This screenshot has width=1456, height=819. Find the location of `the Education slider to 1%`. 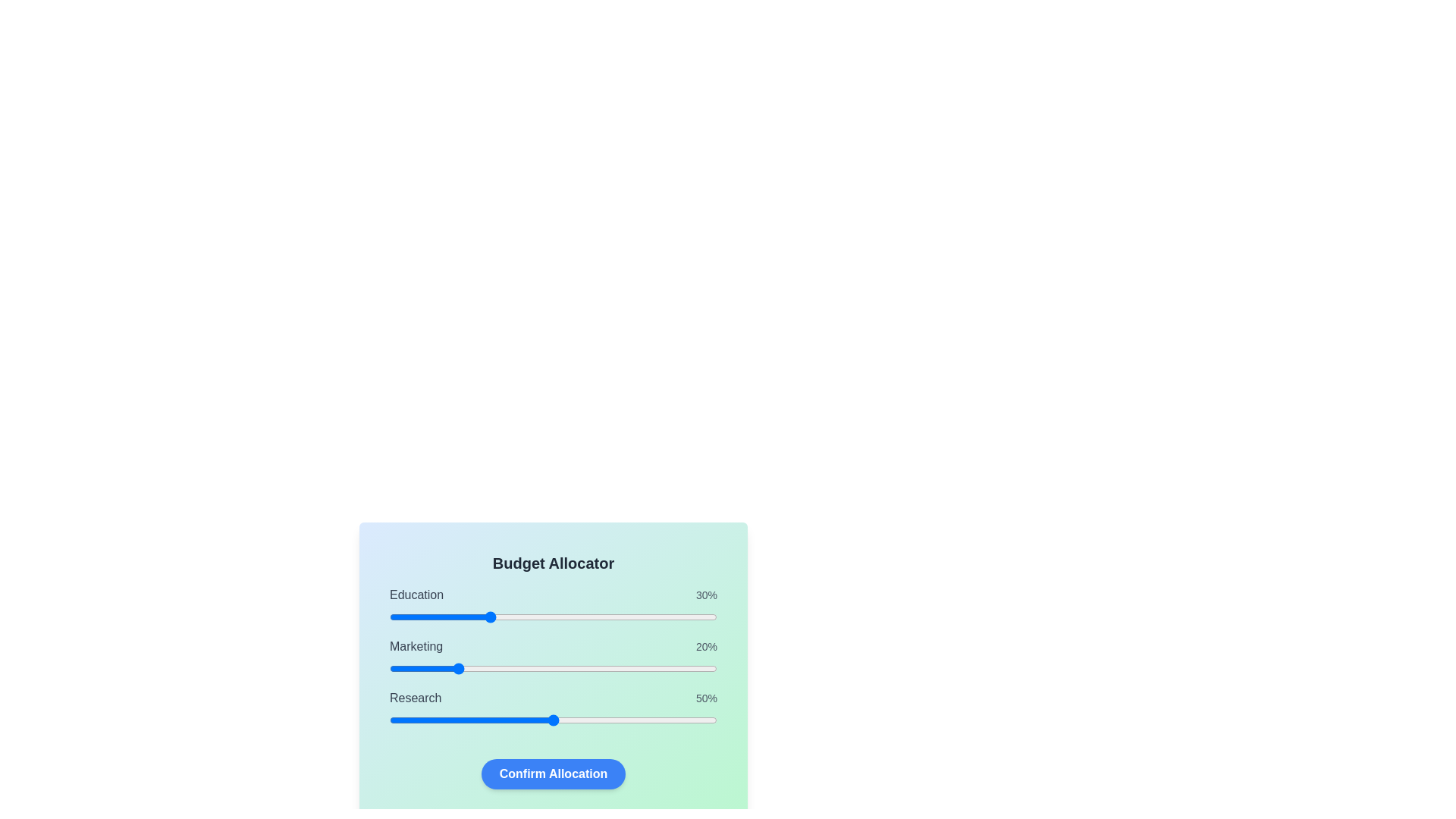

the Education slider to 1% is located at coordinates (393, 617).